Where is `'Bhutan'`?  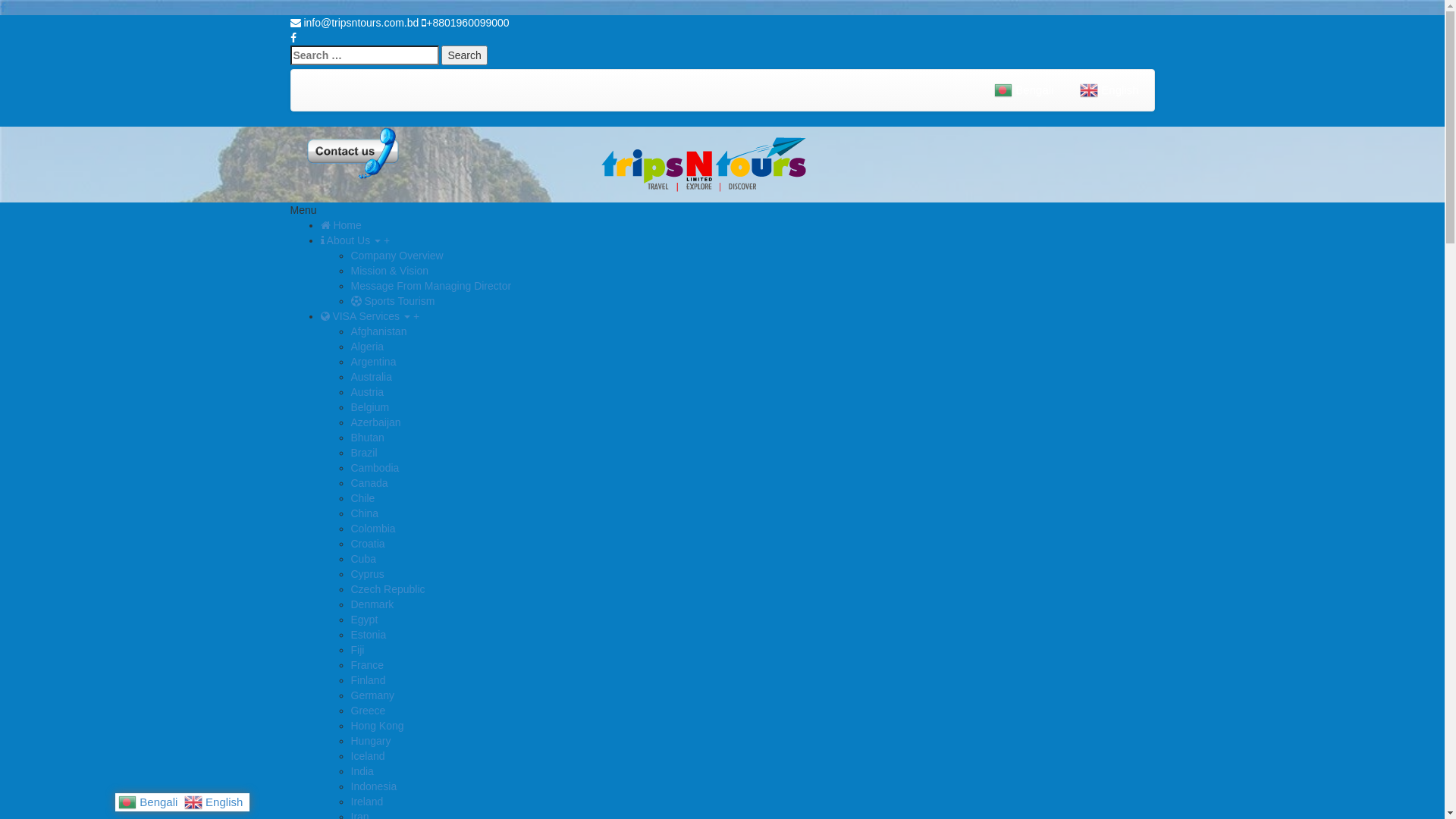
'Bhutan' is located at coordinates (367, 438).